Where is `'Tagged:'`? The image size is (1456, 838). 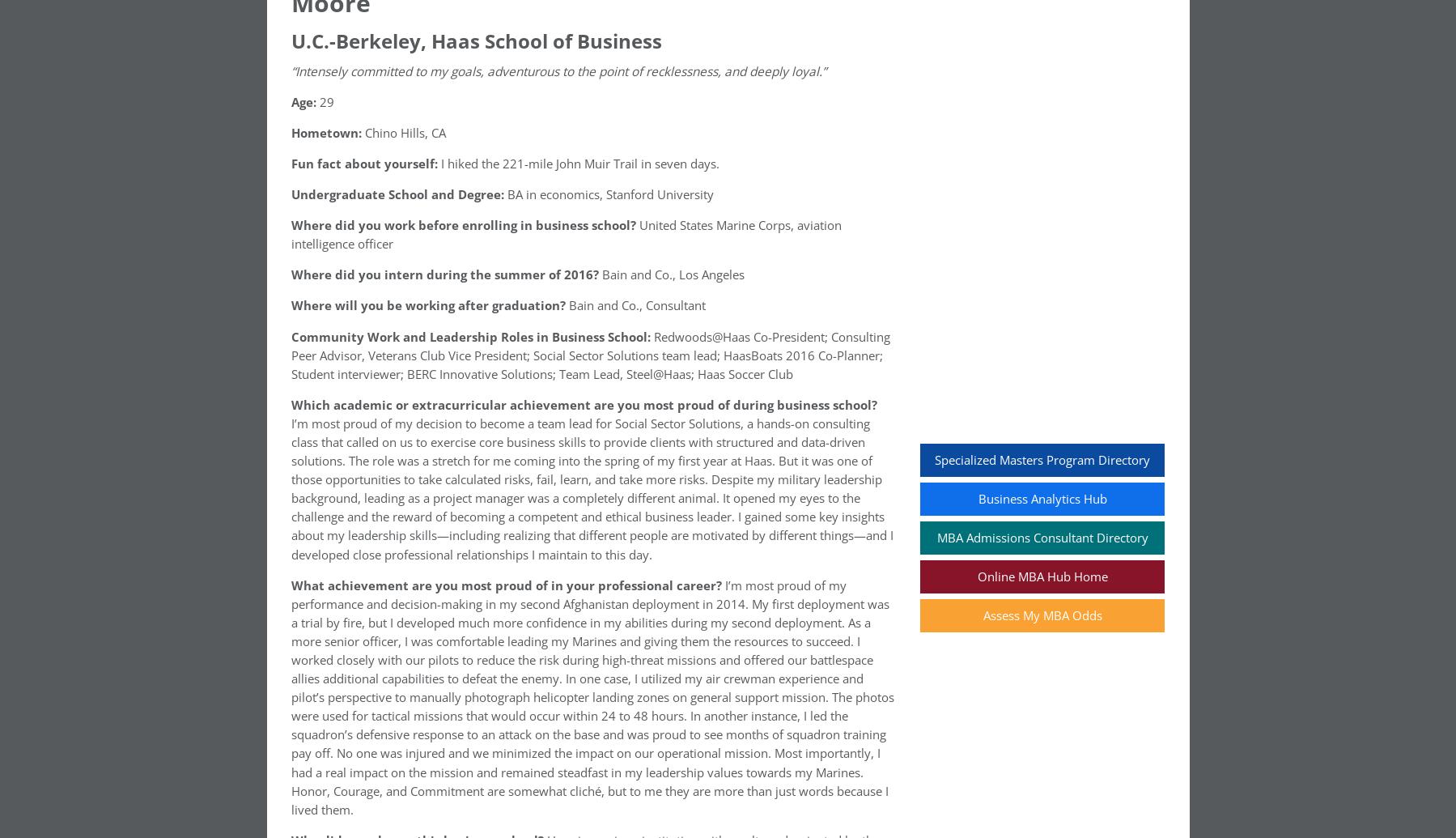
'Tagged:' is located at coordinates (323, 542).